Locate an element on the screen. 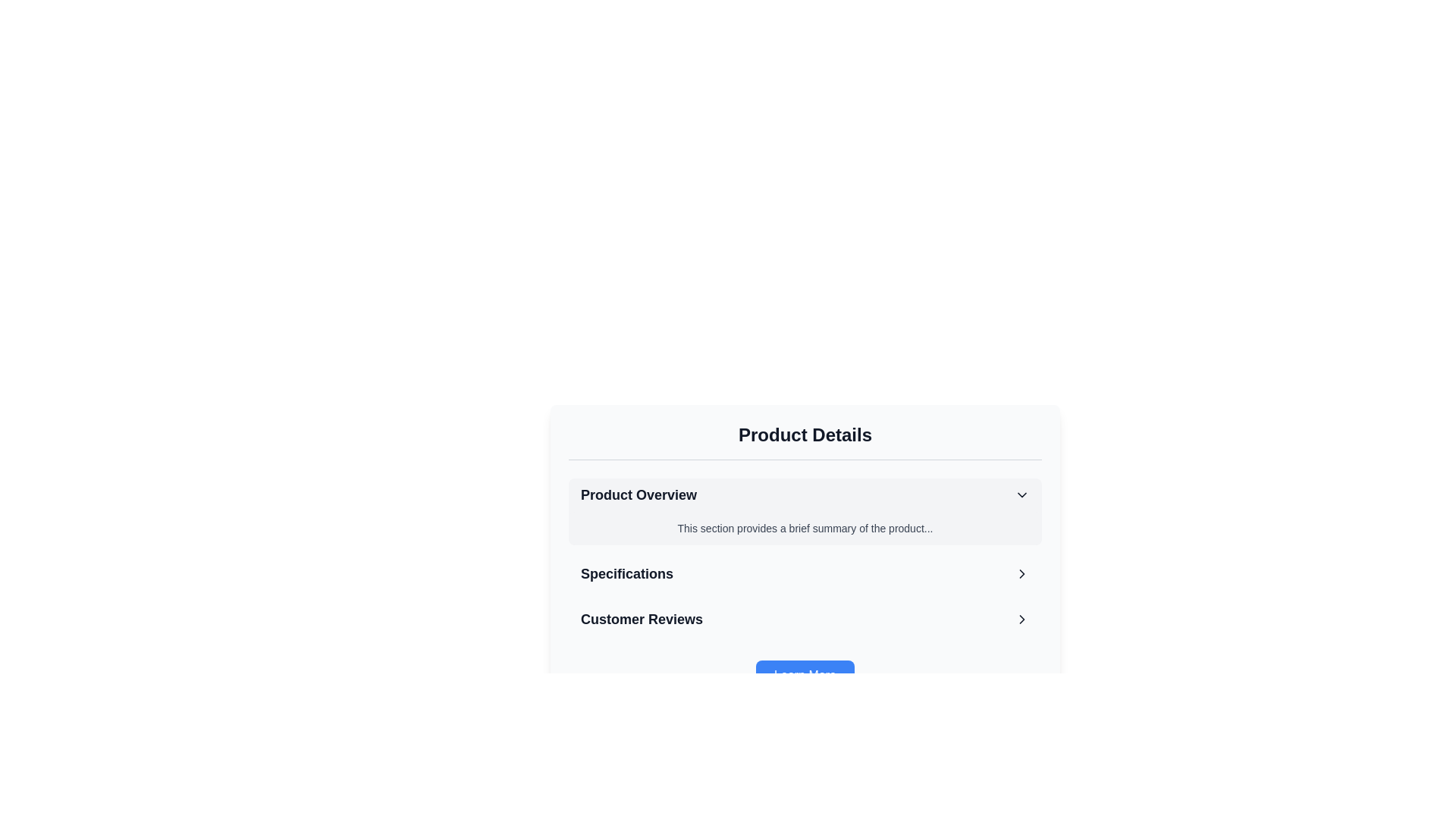 This screenshot has width=1456, height=819. the text block that contains the summary 'This section provides a brief summary of the product...' located in the 'Product Overview' section is located at coordinates (804, 528).